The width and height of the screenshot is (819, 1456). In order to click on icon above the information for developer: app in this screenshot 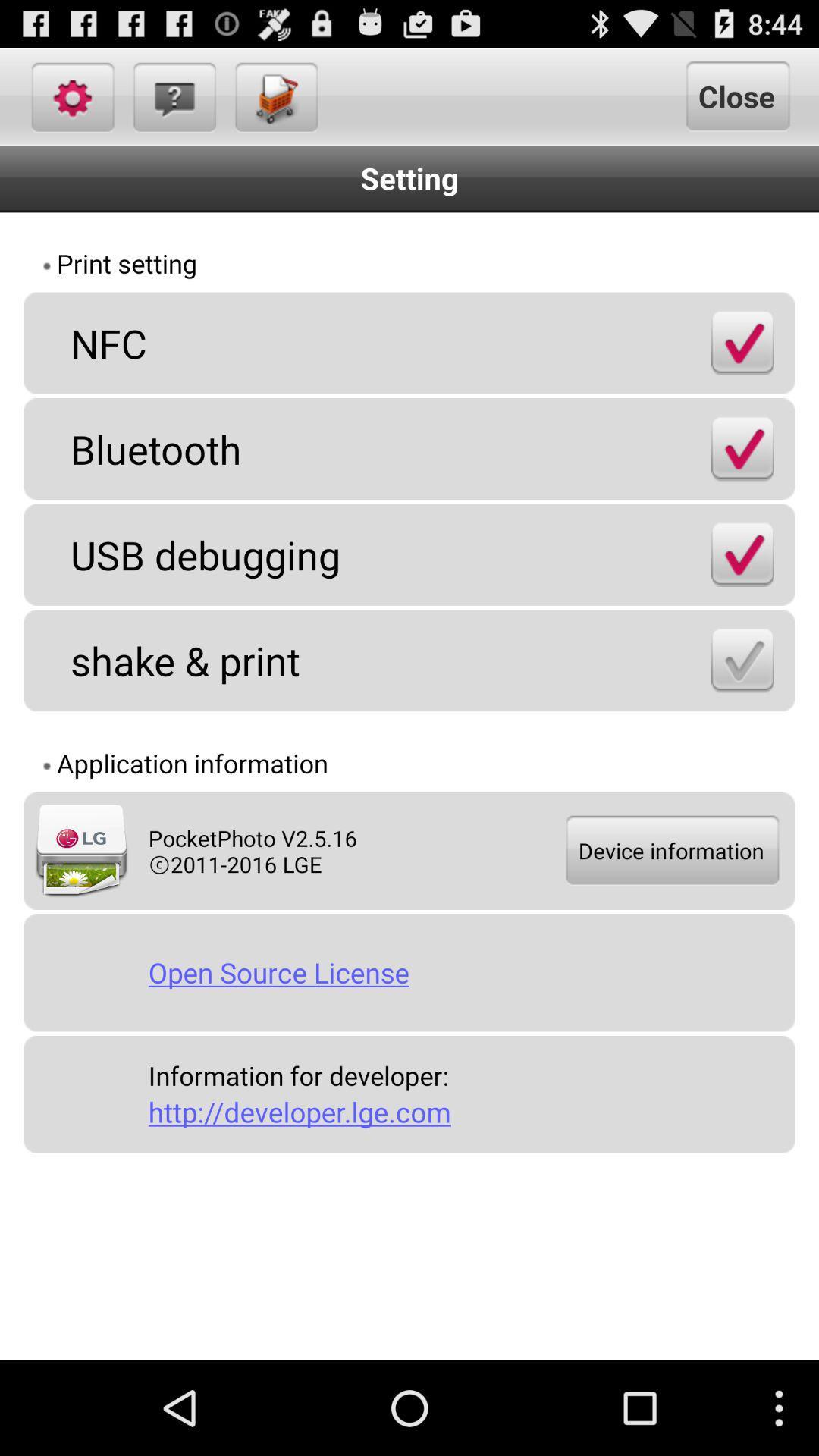, I will do `click(465, 972)`.